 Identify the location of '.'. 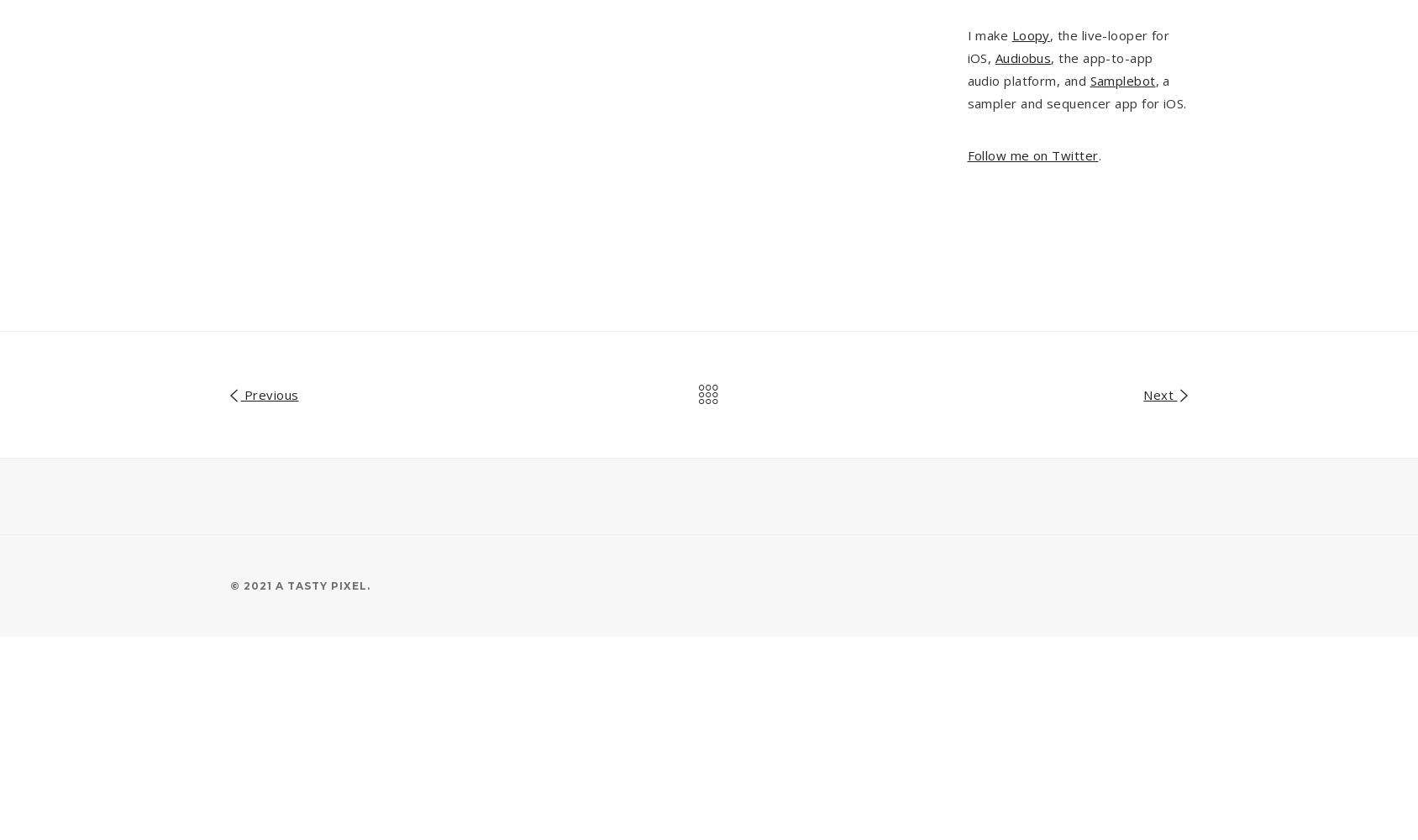
(1098, 155).